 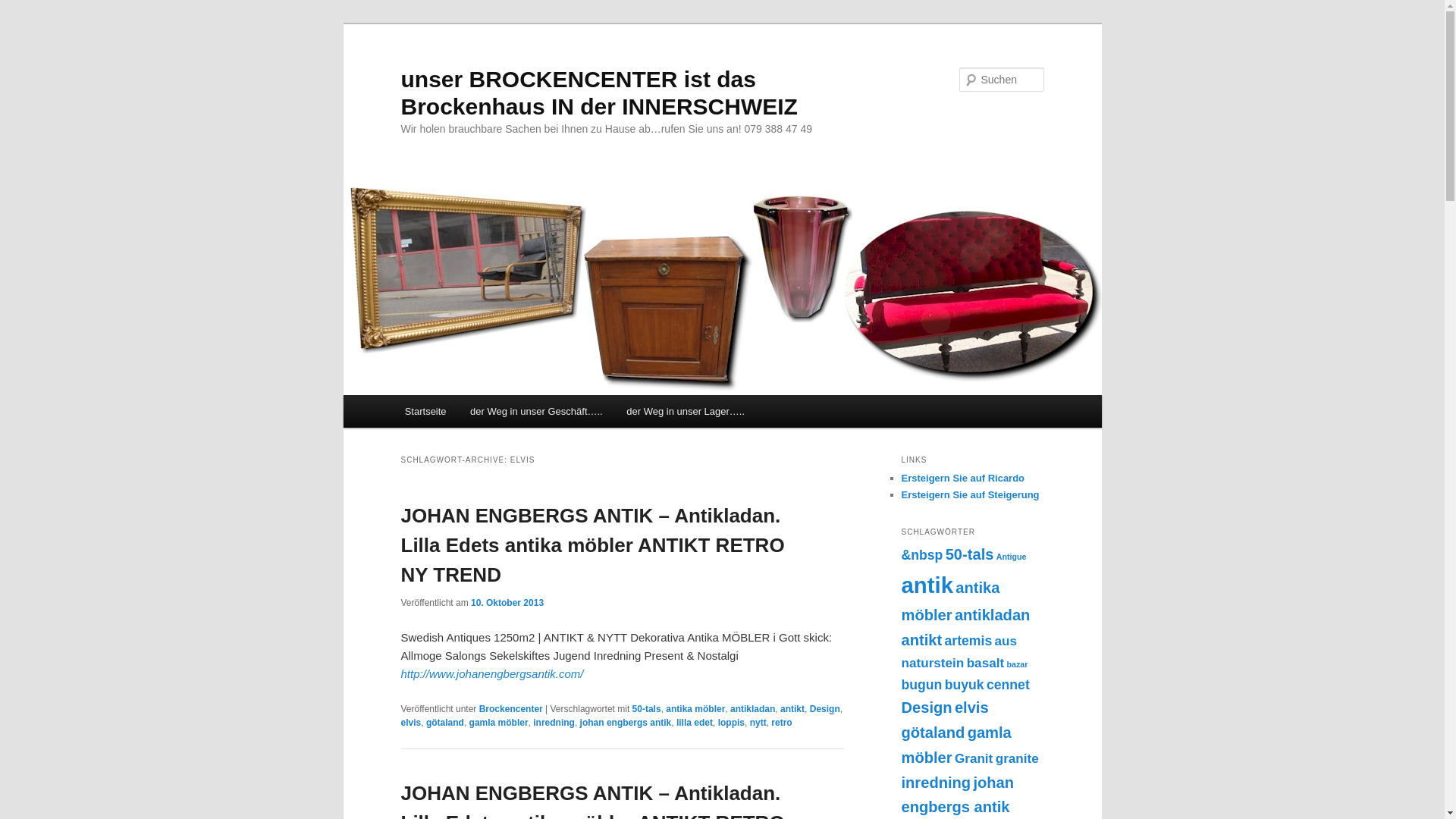 I want to click on 'aus naturstein', so click(x=958, y=651).